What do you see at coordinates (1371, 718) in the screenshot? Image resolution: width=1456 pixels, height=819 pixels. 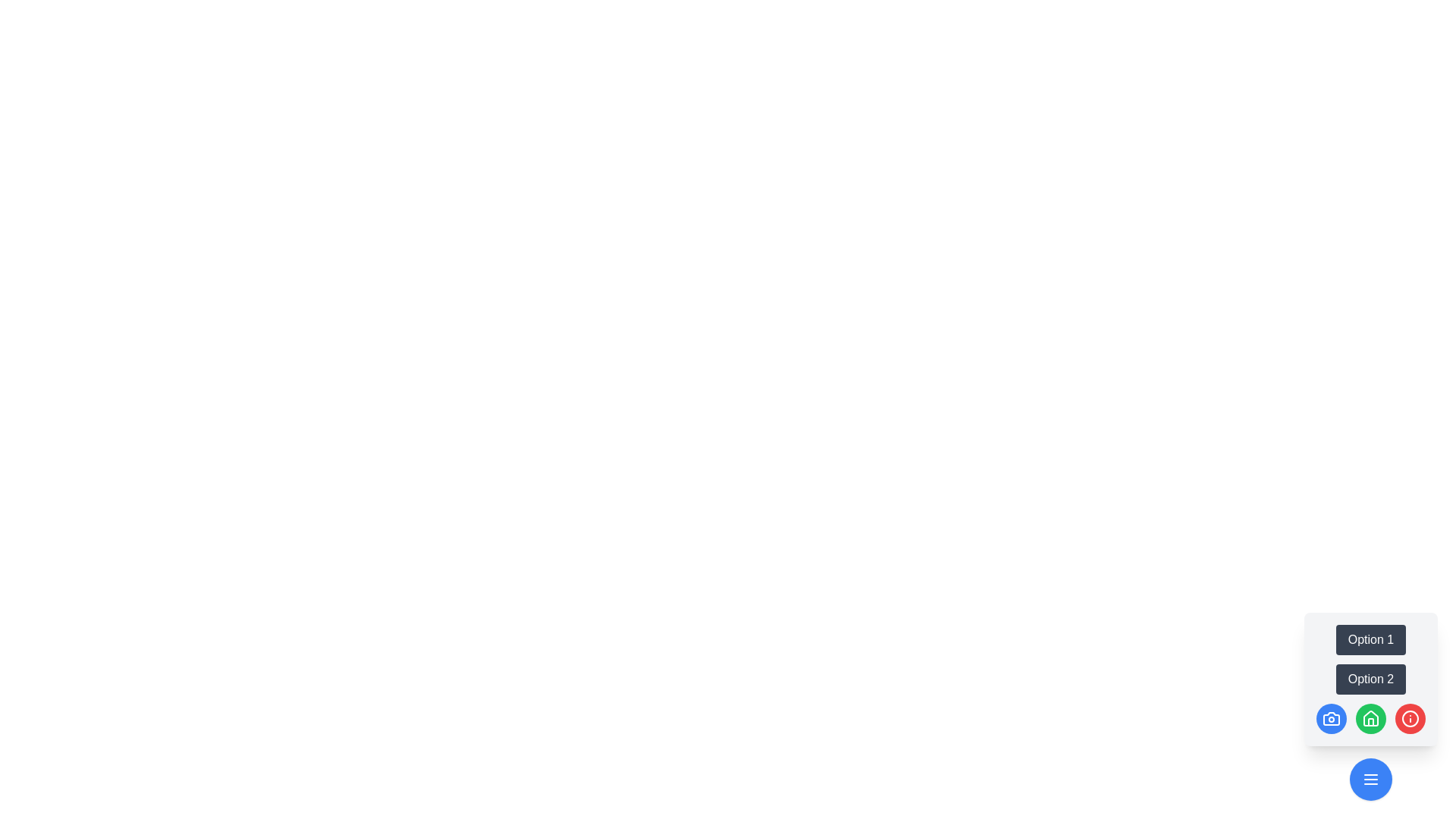 I see `the simplistic house icon button located in the bottom-right corner of the interface, which is inside a green circular button` at bounding box center [1371, 718].